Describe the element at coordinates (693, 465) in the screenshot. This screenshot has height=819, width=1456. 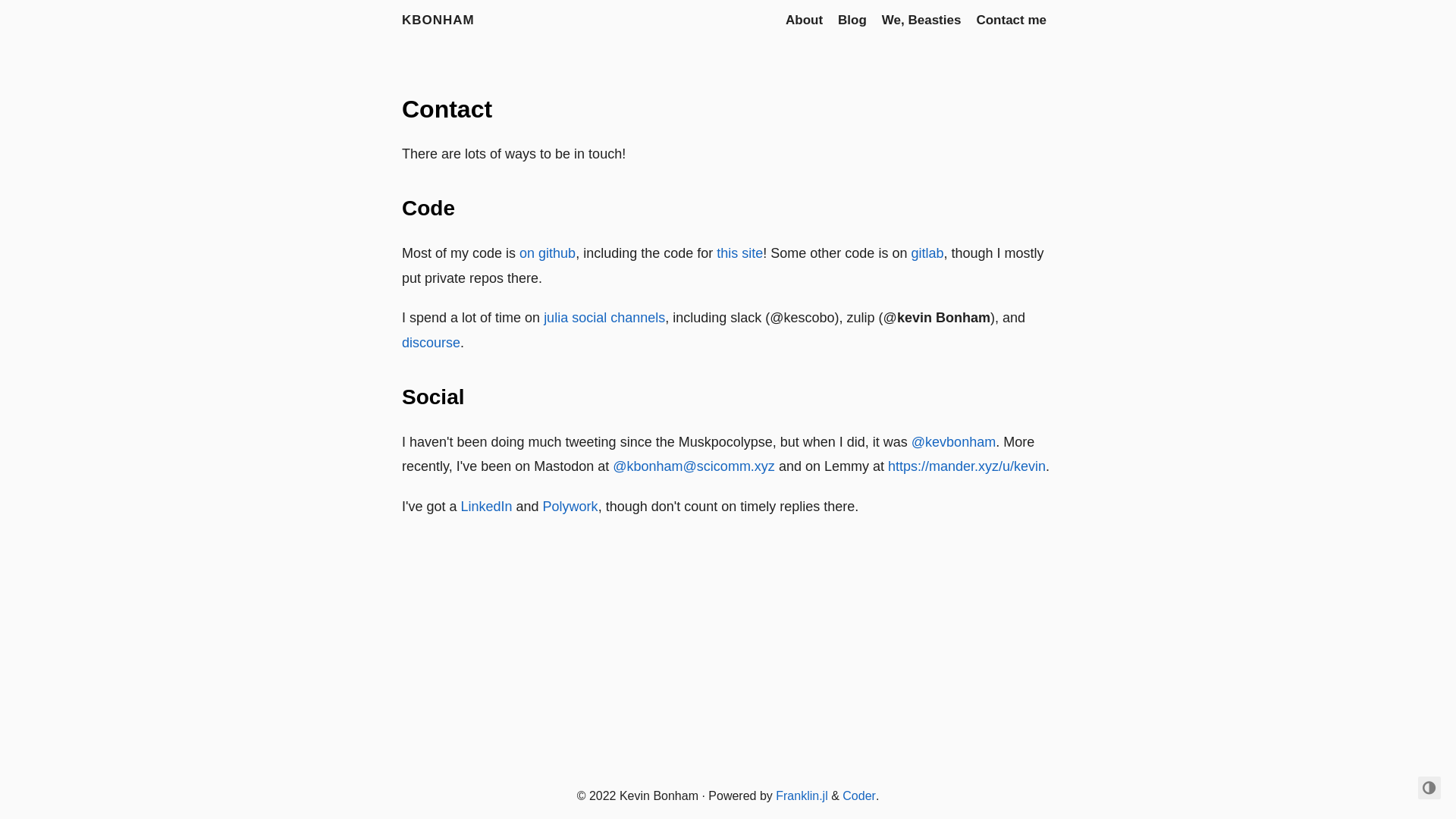
I see `'@kbonham@scicomm.xyz'` at that location.